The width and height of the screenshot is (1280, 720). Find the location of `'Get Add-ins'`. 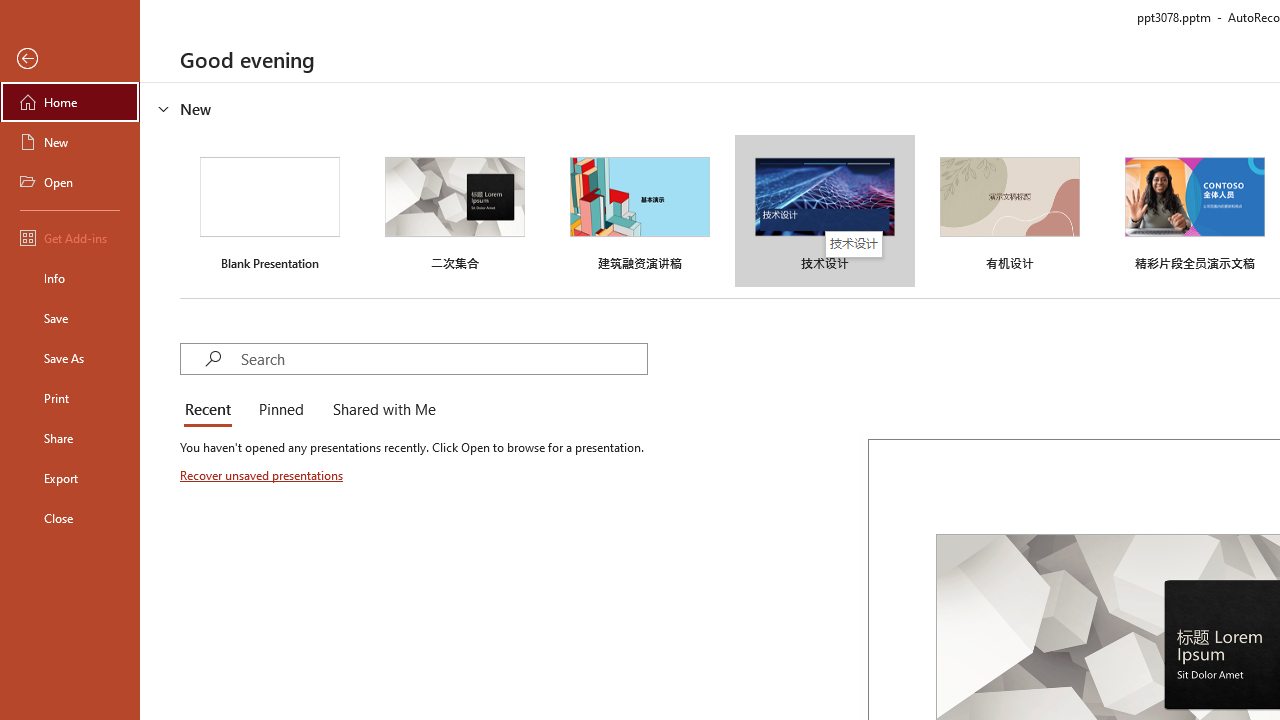

'Get Add-ins' is located at coordinates (69, 236).